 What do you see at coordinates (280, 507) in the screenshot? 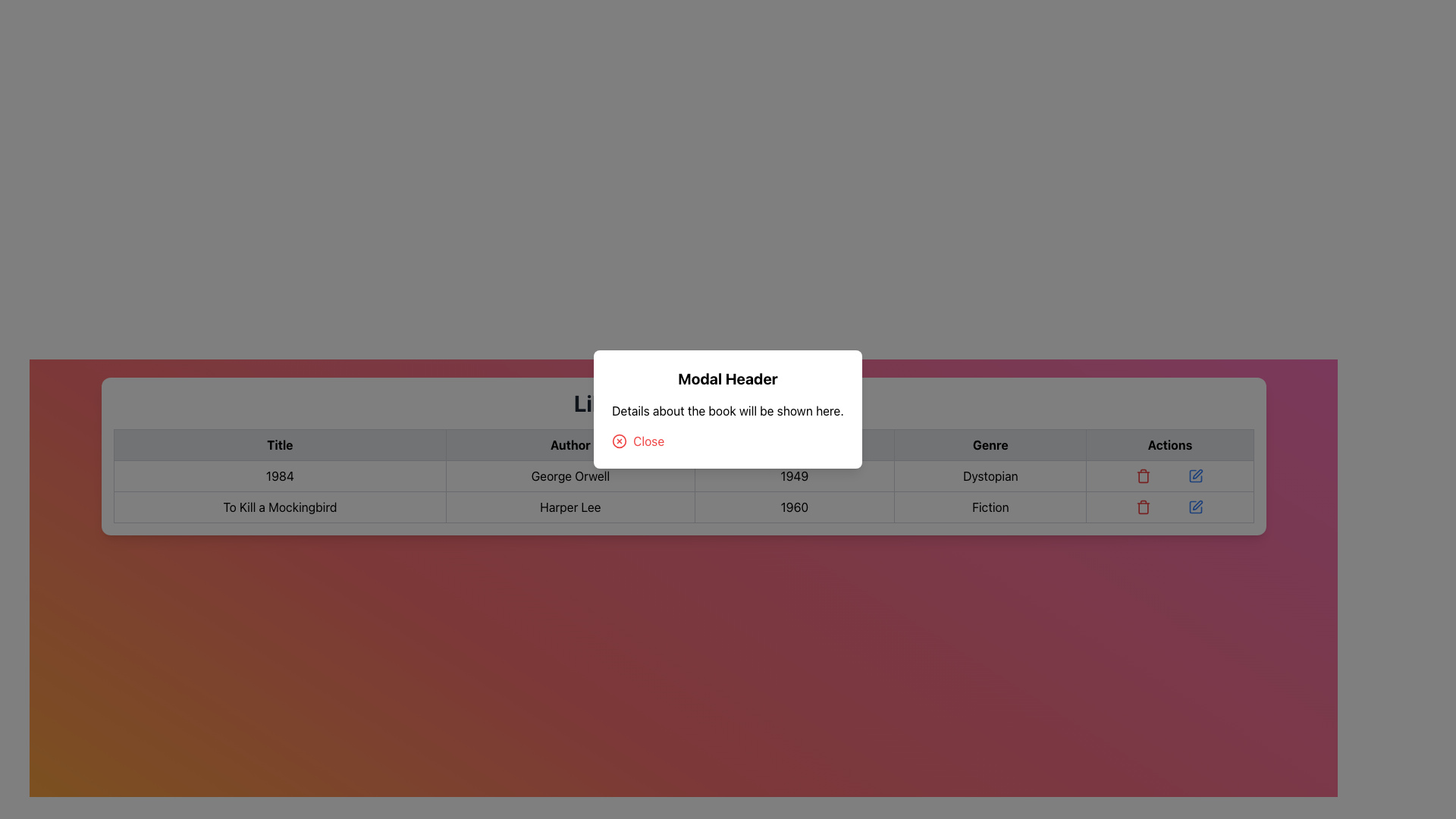
I see `the text block displaying the title 'To Kill a Mockingbird' in the first column of the second row of the table within the modal dialog` at bounding box center [280, 507].